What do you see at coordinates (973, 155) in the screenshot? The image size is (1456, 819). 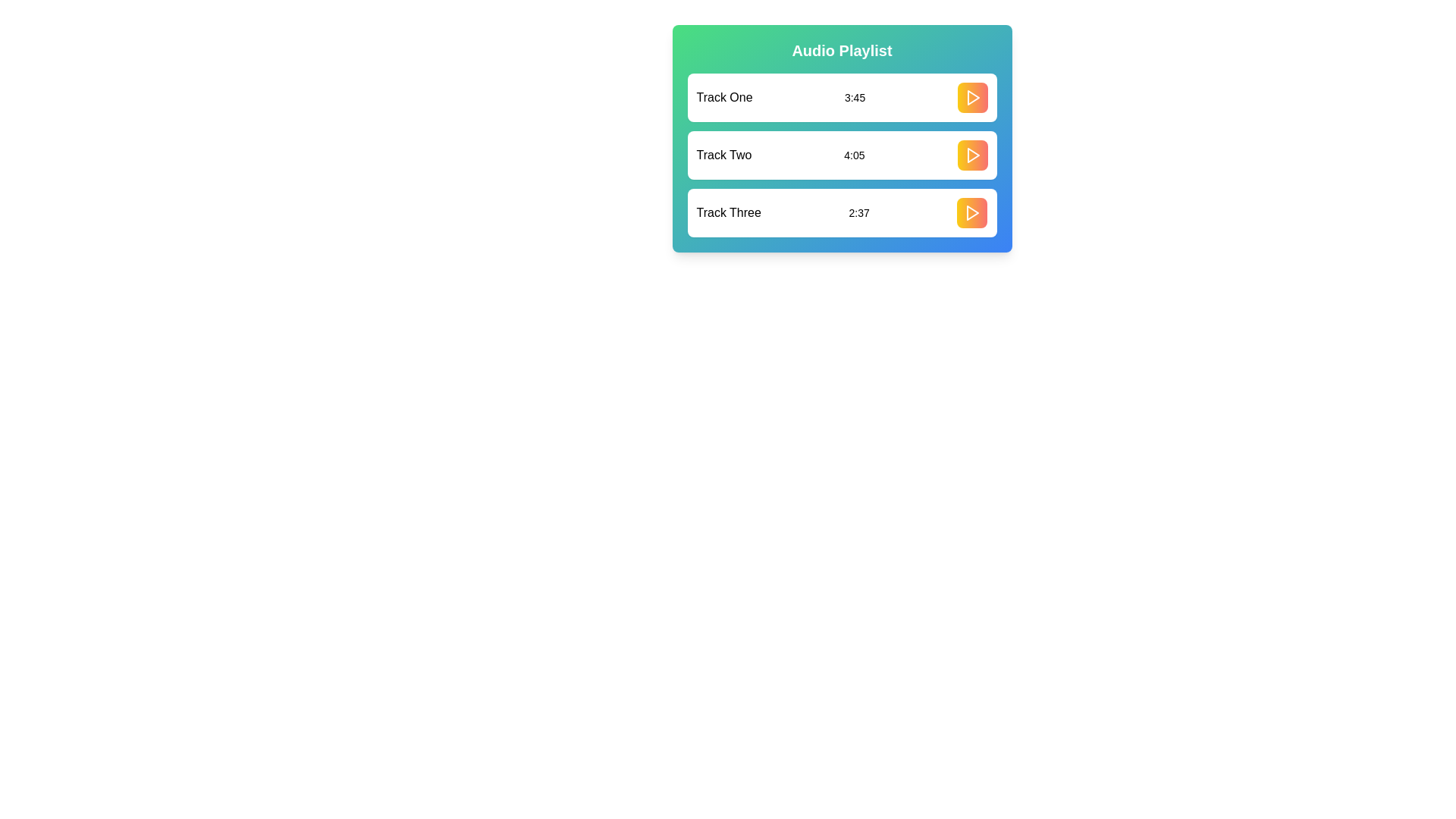 I see `the play button for 'Track Two' located in the middle row on the far right side of the vertical playlist to initiate playback` at bounding box center [973, 155].